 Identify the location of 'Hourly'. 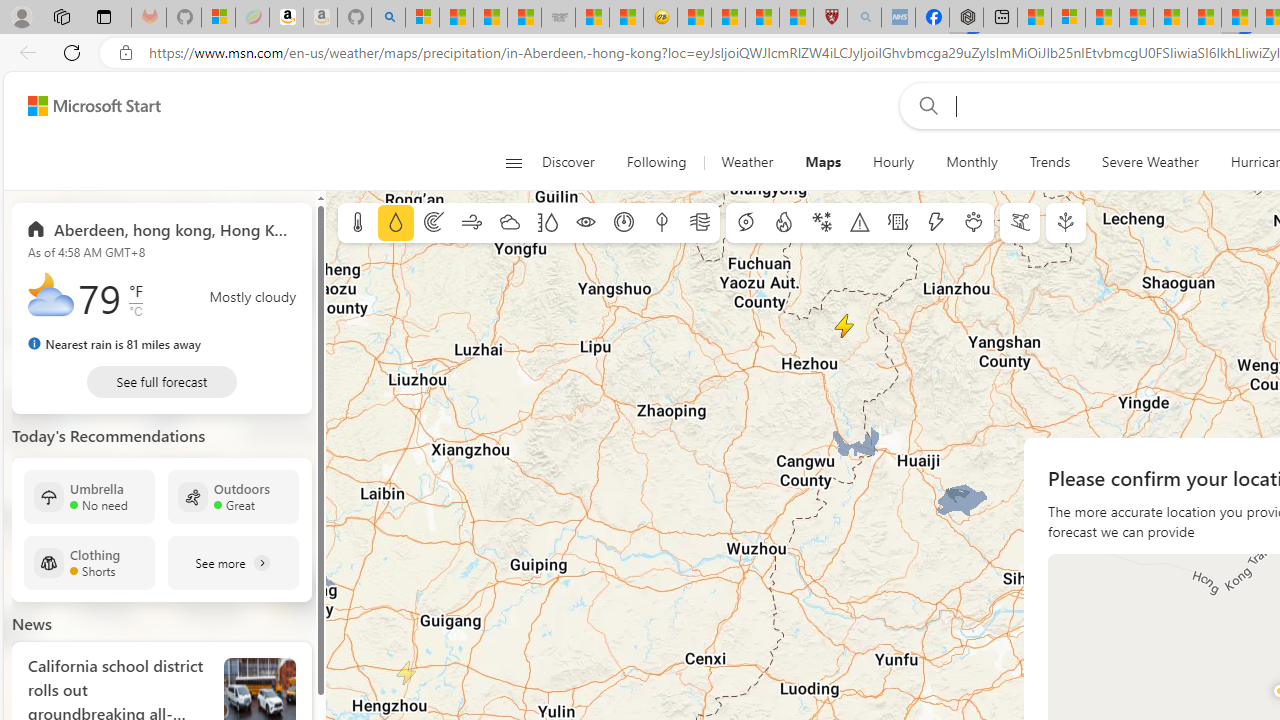
(893, 162).